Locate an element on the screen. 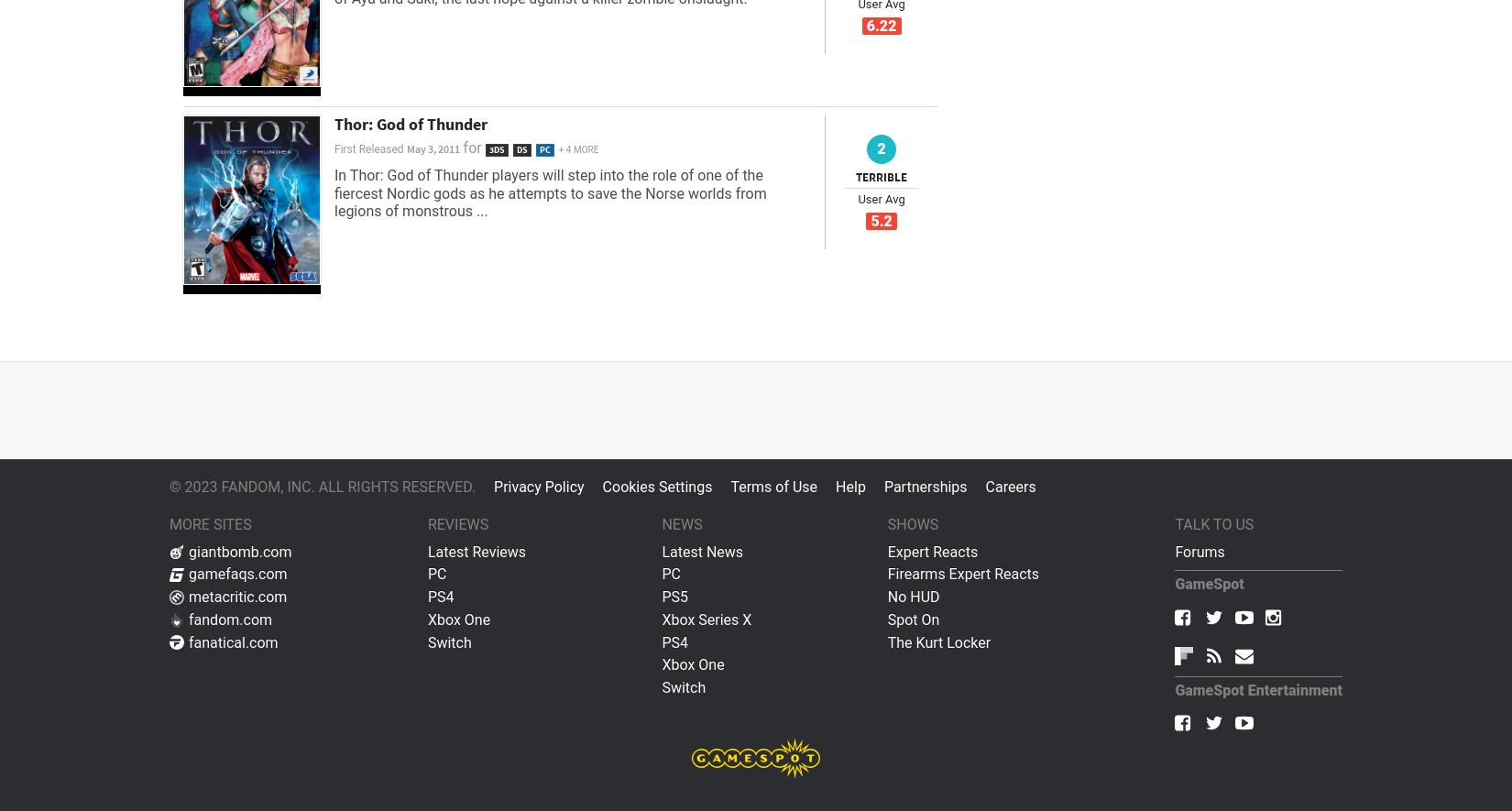  'DS' is located at coordinates (520, 149).